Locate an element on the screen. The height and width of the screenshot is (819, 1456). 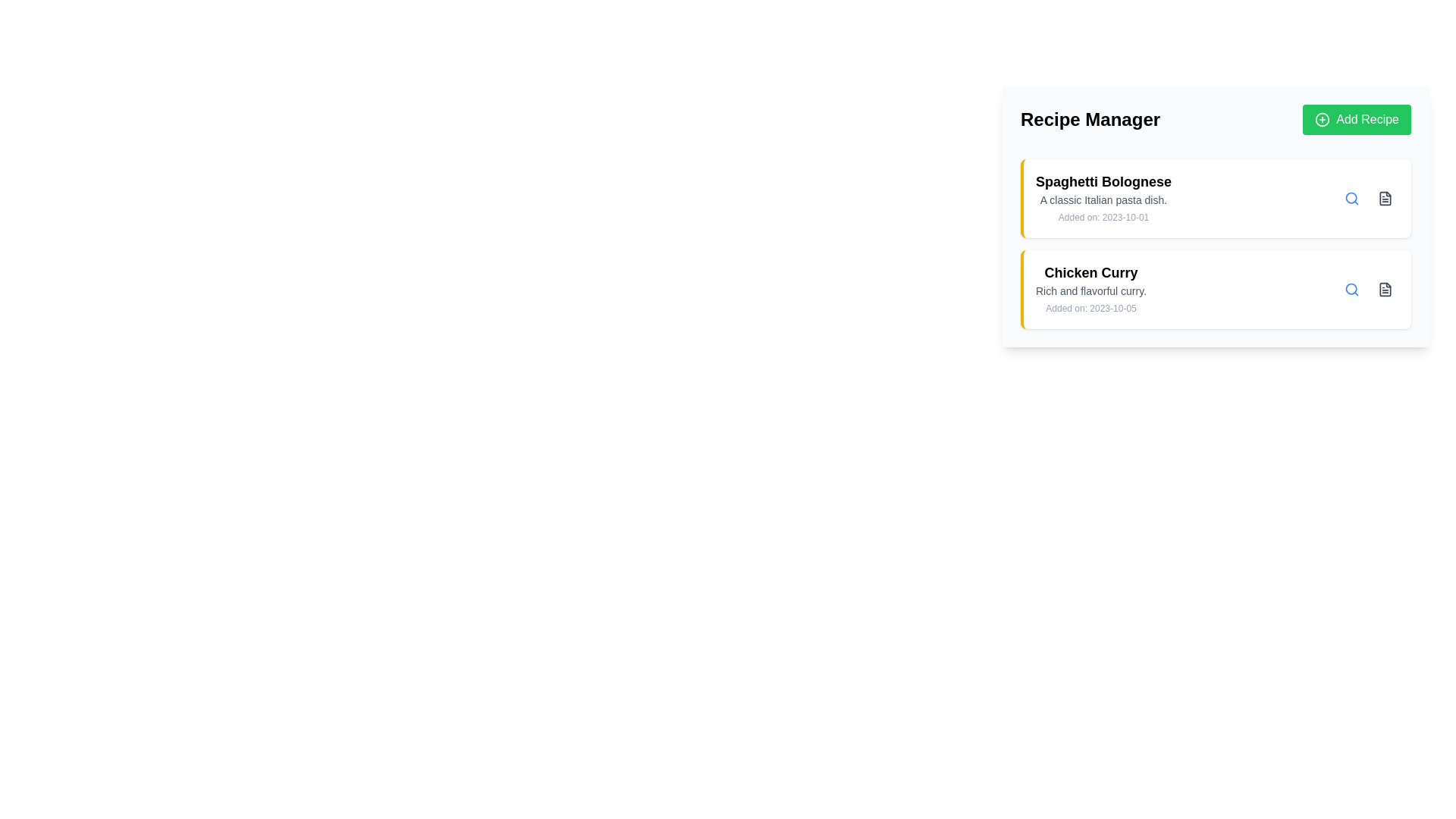
the prominent text element reading 'Spaghetti Bolognese' in the 'Recipe Manager' section to trigger a tooltip or highlight effect is located at coordinates (1103, 180).